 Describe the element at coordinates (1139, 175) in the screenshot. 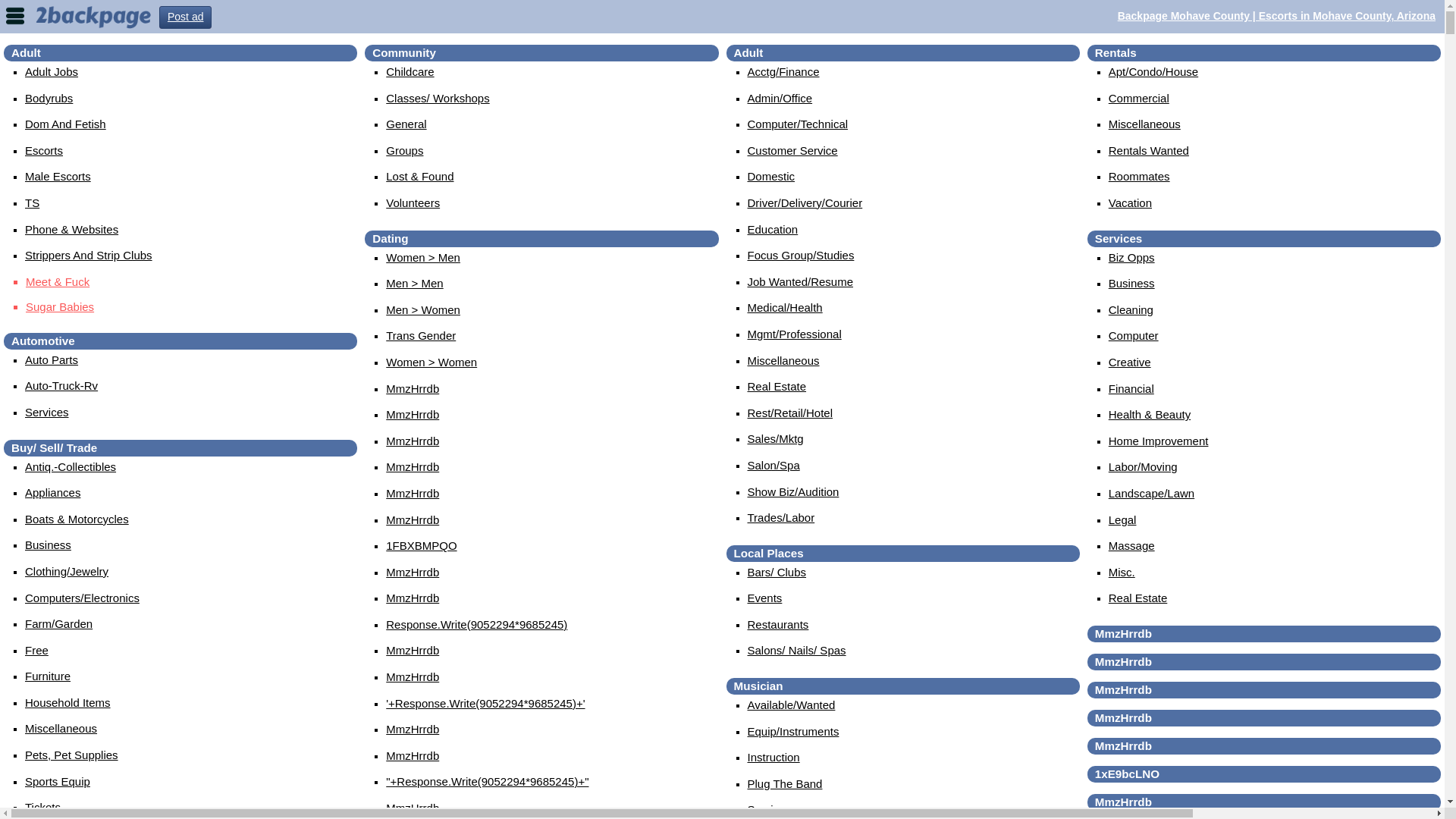

I see `'Roommates'` at that location.